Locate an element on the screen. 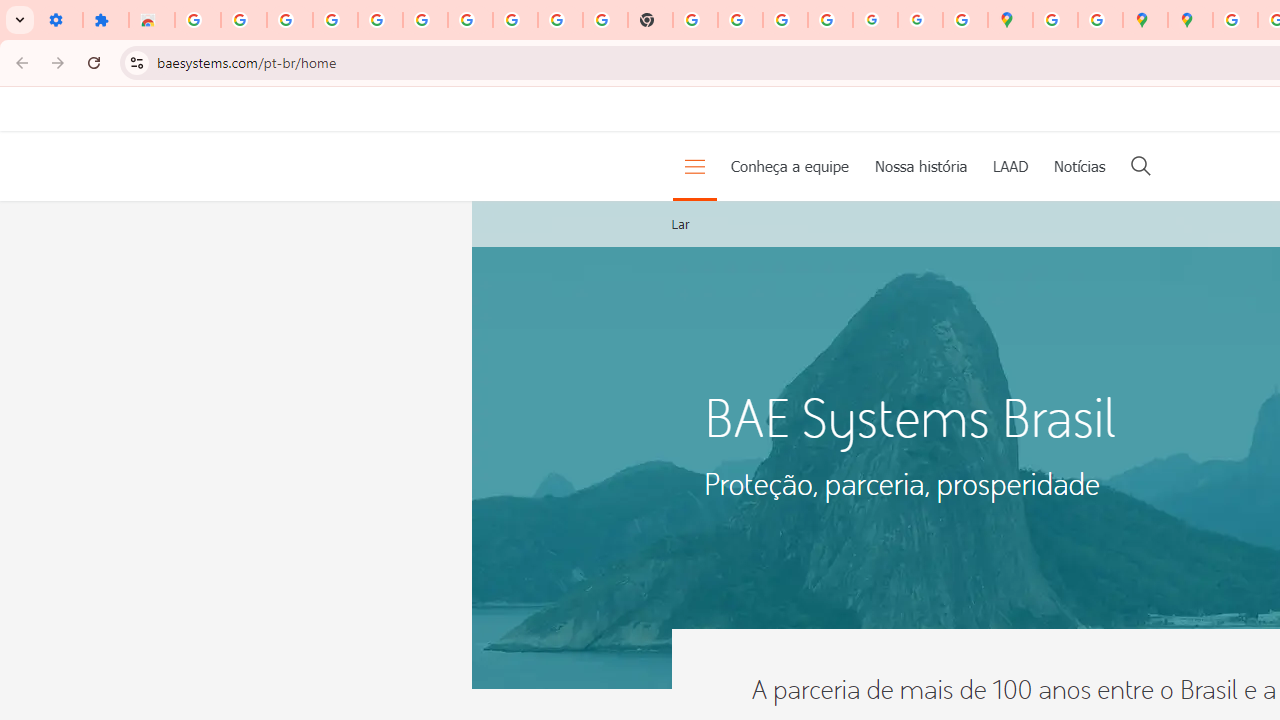 The image size is (1280, 720). 'Safety in Our Products - Google Safety Center' is located at coordinates (1099, 20).